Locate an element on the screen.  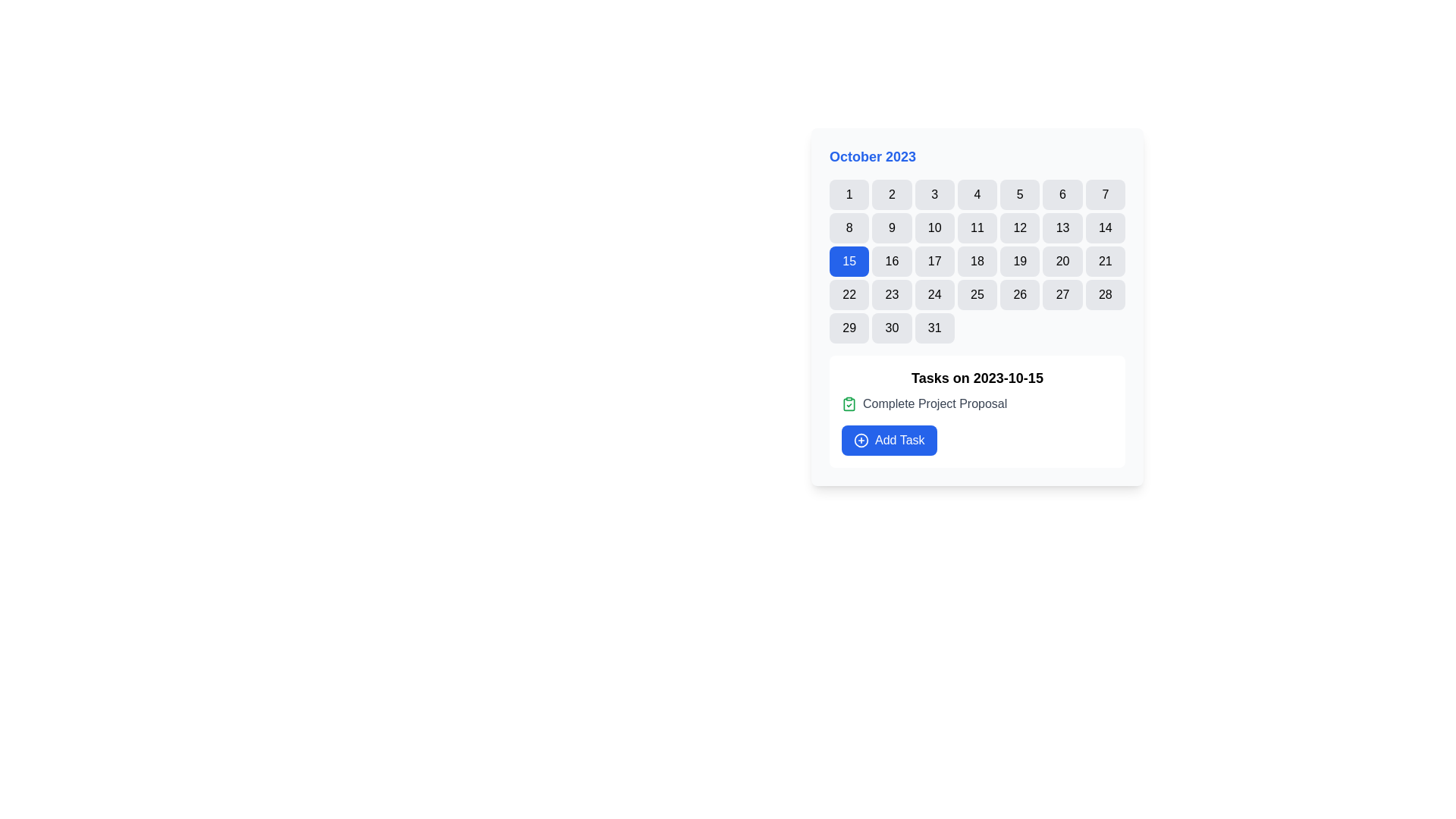
the blue 'Add Task' button located at the bottom of the task listing interface is located at coordinates (889, 441).